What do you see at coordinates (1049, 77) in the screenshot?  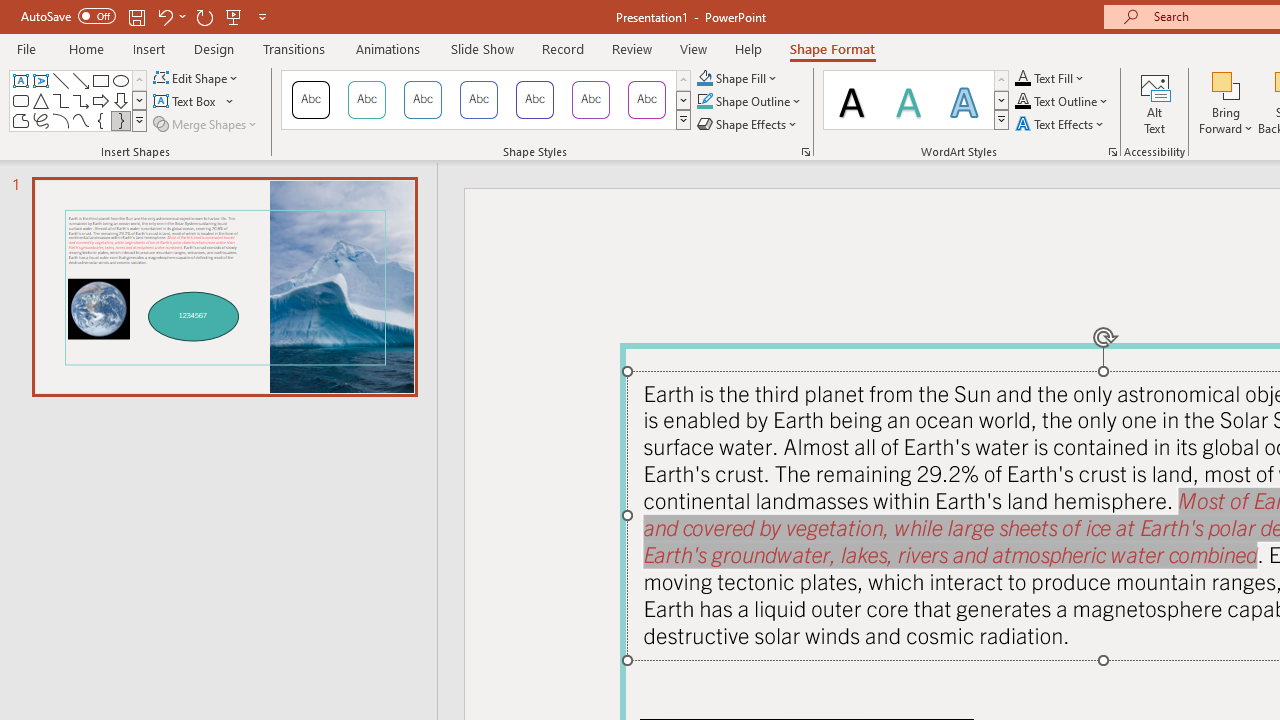 I see `'Text Fill'` at bounding box center [1049, 77].